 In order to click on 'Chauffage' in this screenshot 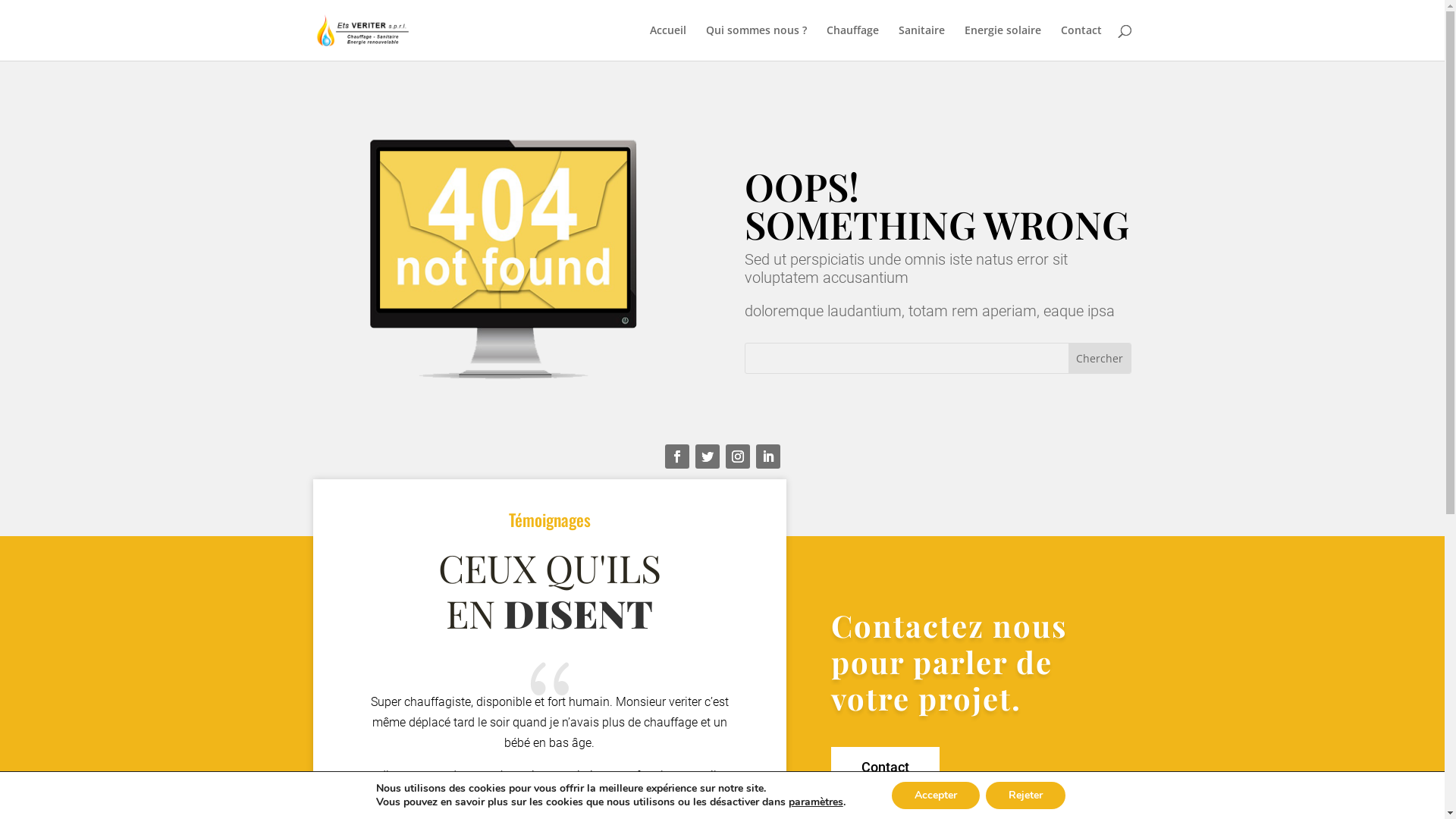, I will do `click(852, 42)`.